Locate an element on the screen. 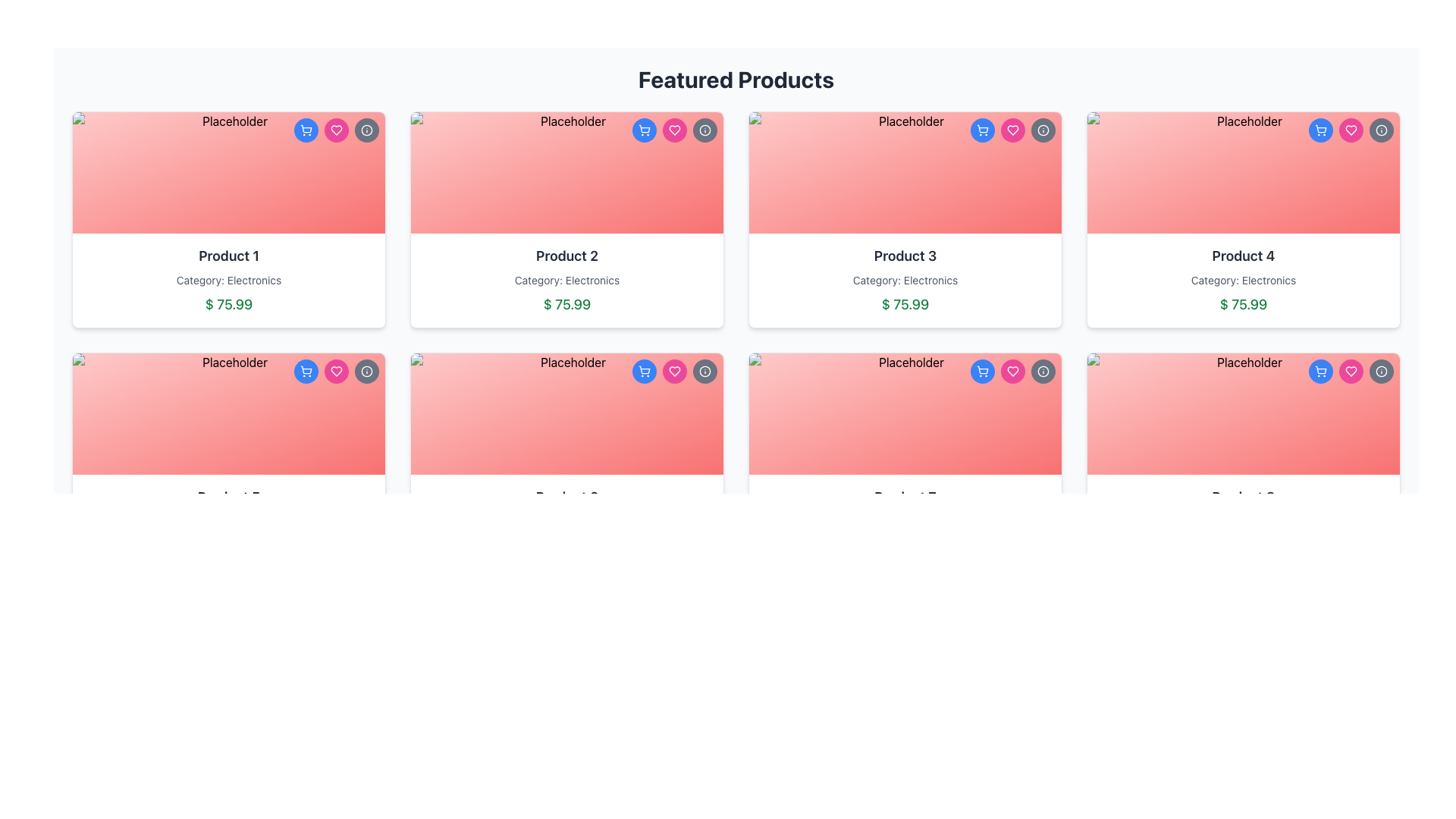 The image size is (1456, 819). the shopping cart icon located at the top-right corner of the product card is located at coordinates (983, 371).